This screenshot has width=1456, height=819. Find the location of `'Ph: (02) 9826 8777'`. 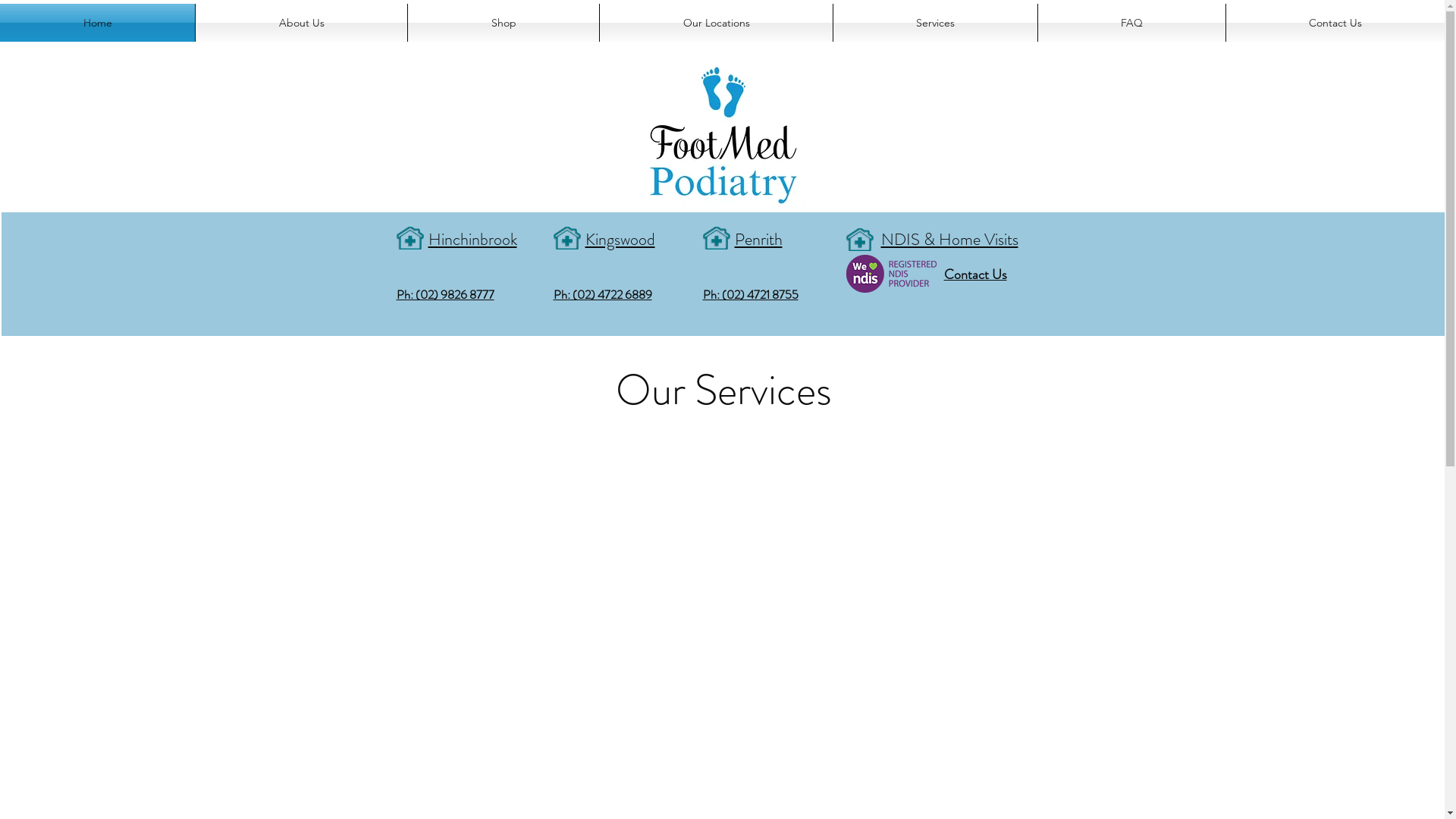

'Ph: (02) 9826 8777' is located at coordinates (444, 293).